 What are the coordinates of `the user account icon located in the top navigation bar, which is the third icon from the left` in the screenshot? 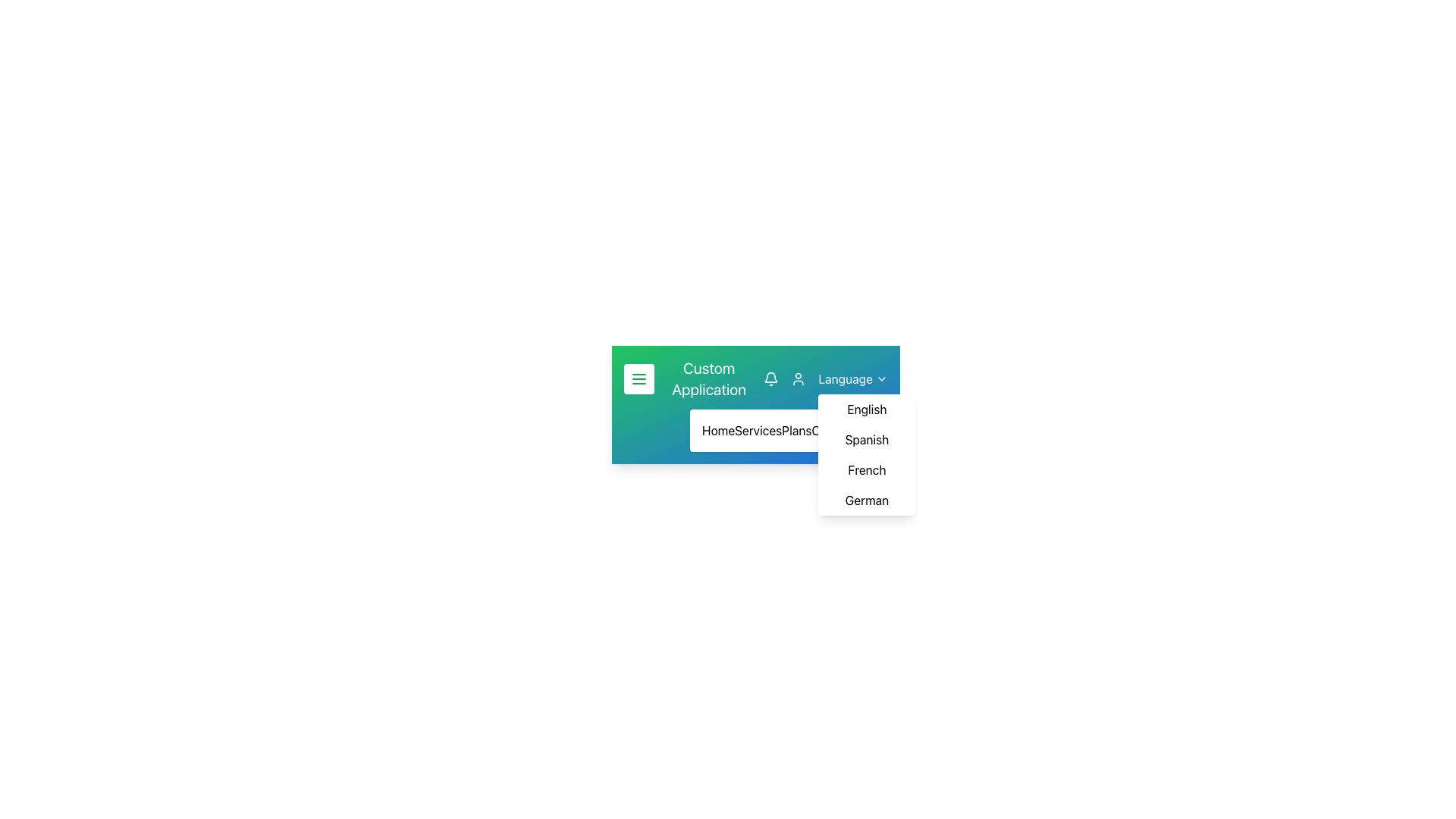 It's located at (798, 378).